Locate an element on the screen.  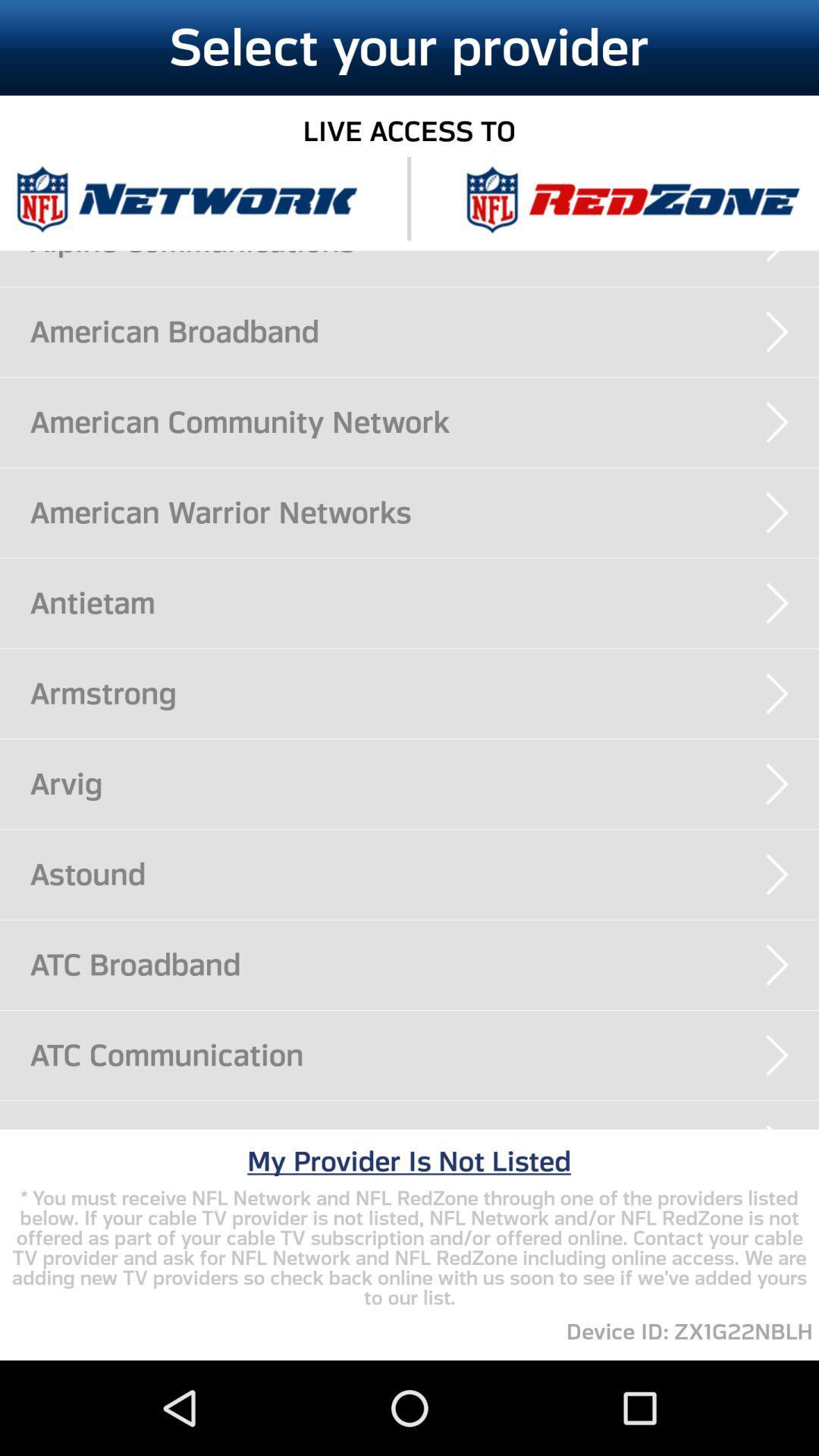
american community network is located at coordinates (424, 422).